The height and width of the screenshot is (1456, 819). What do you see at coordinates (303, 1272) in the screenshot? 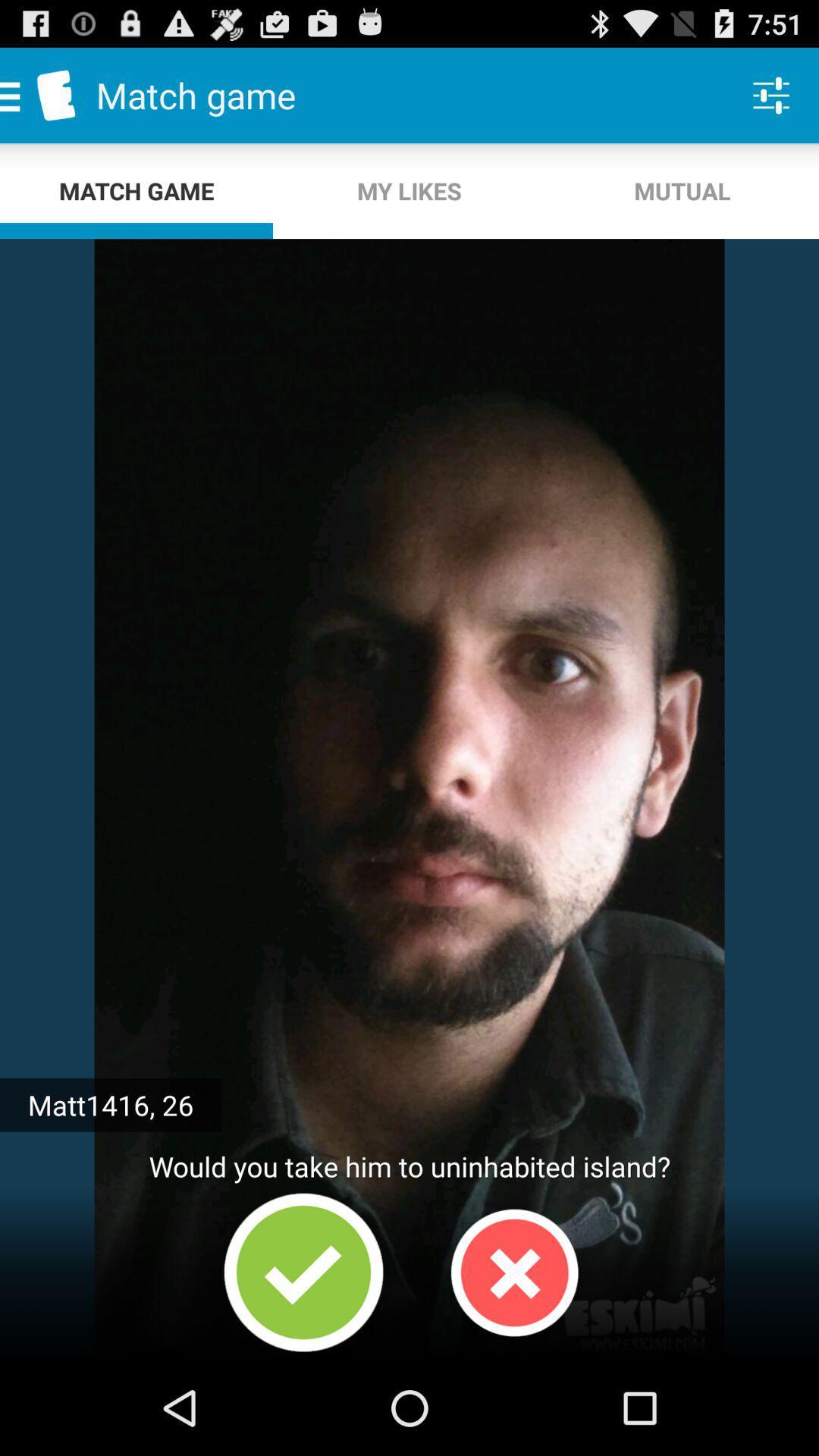
I see `option` at bounding box center [303, 1272].